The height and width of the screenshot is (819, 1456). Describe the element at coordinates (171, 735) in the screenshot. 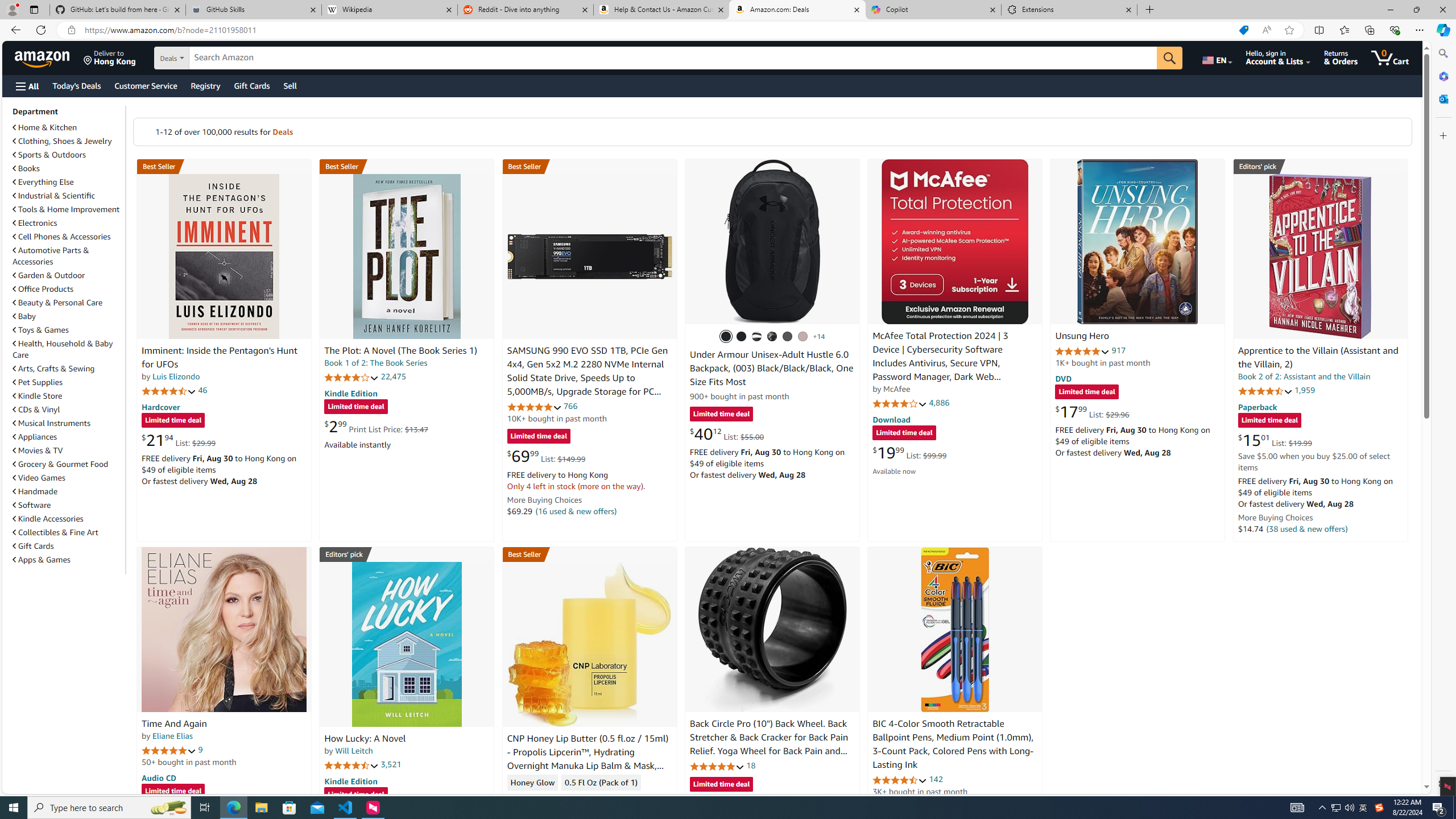

I see `'Eliane Elias'` at that location.